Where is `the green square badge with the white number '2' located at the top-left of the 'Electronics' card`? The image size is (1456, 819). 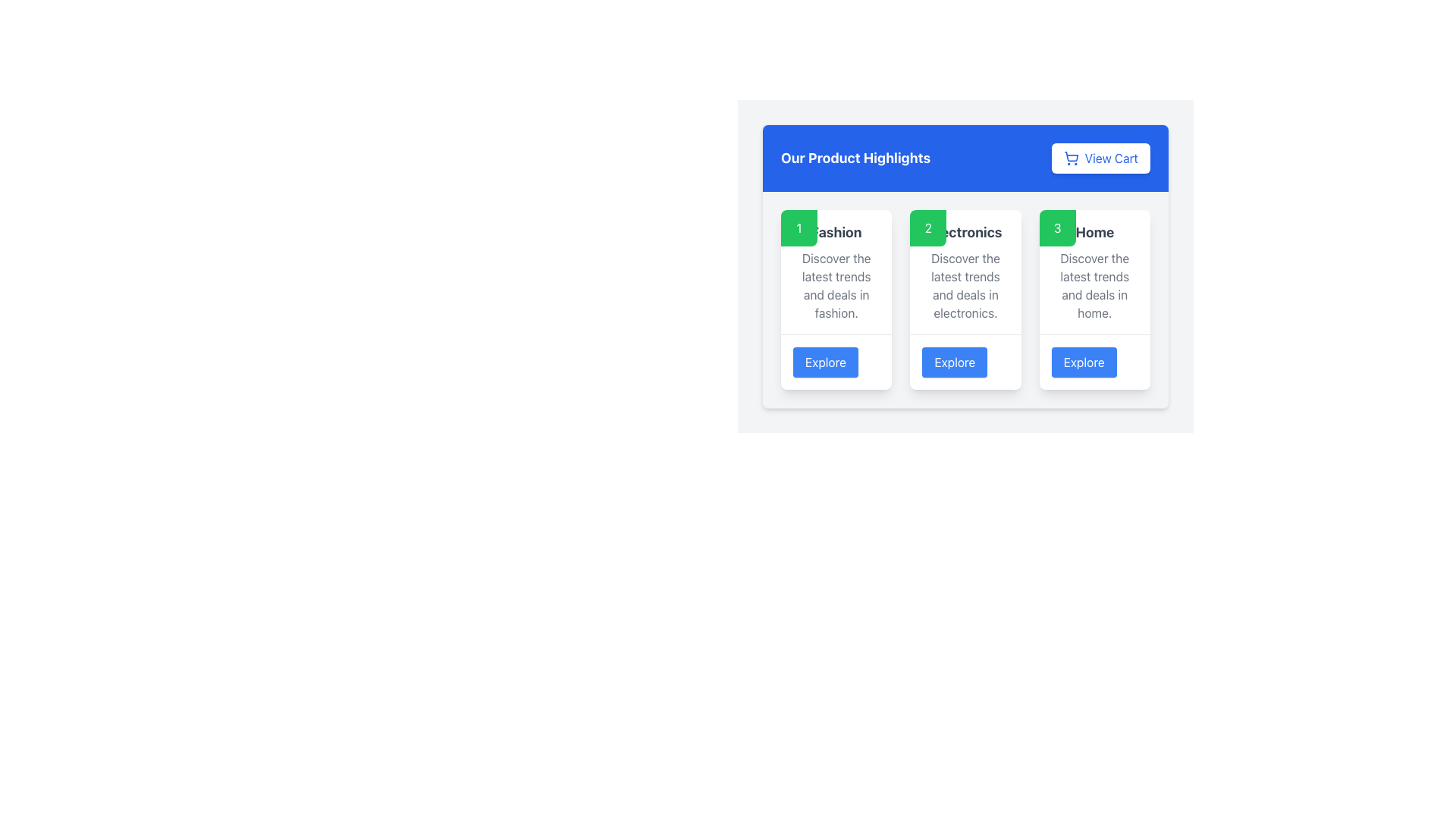 the green square badge with the white number '2' located at the top-left of the 'Electronics' card is located at coordinates (927, 227).